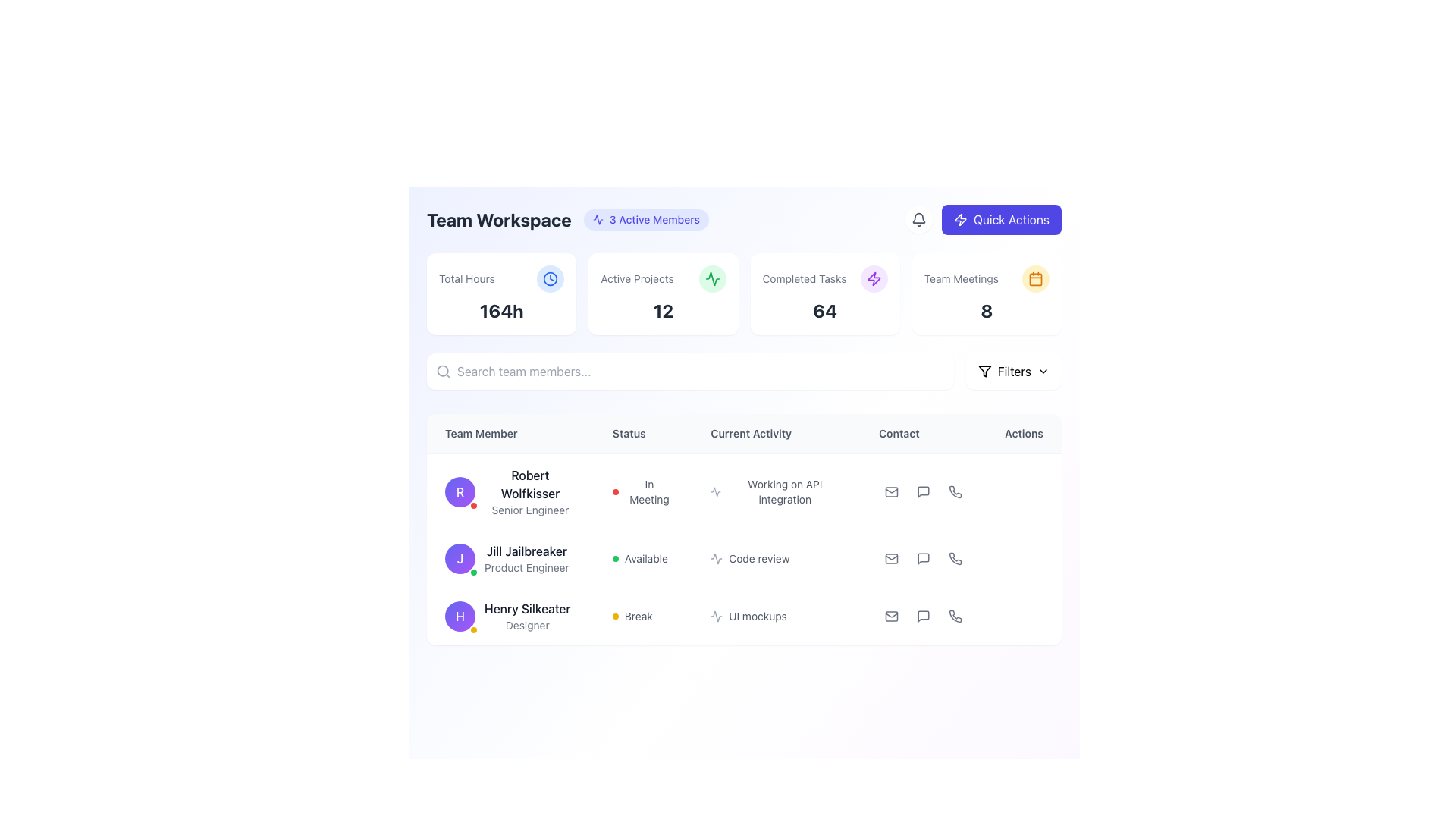 The image size is (1456, 819). Describe the element at coordinates (824, 309) in the screenshot. I see `the static text component displaying '64', which is styled in dark gray, bold, and large-sized font, indicating task completion statistics` at that location.